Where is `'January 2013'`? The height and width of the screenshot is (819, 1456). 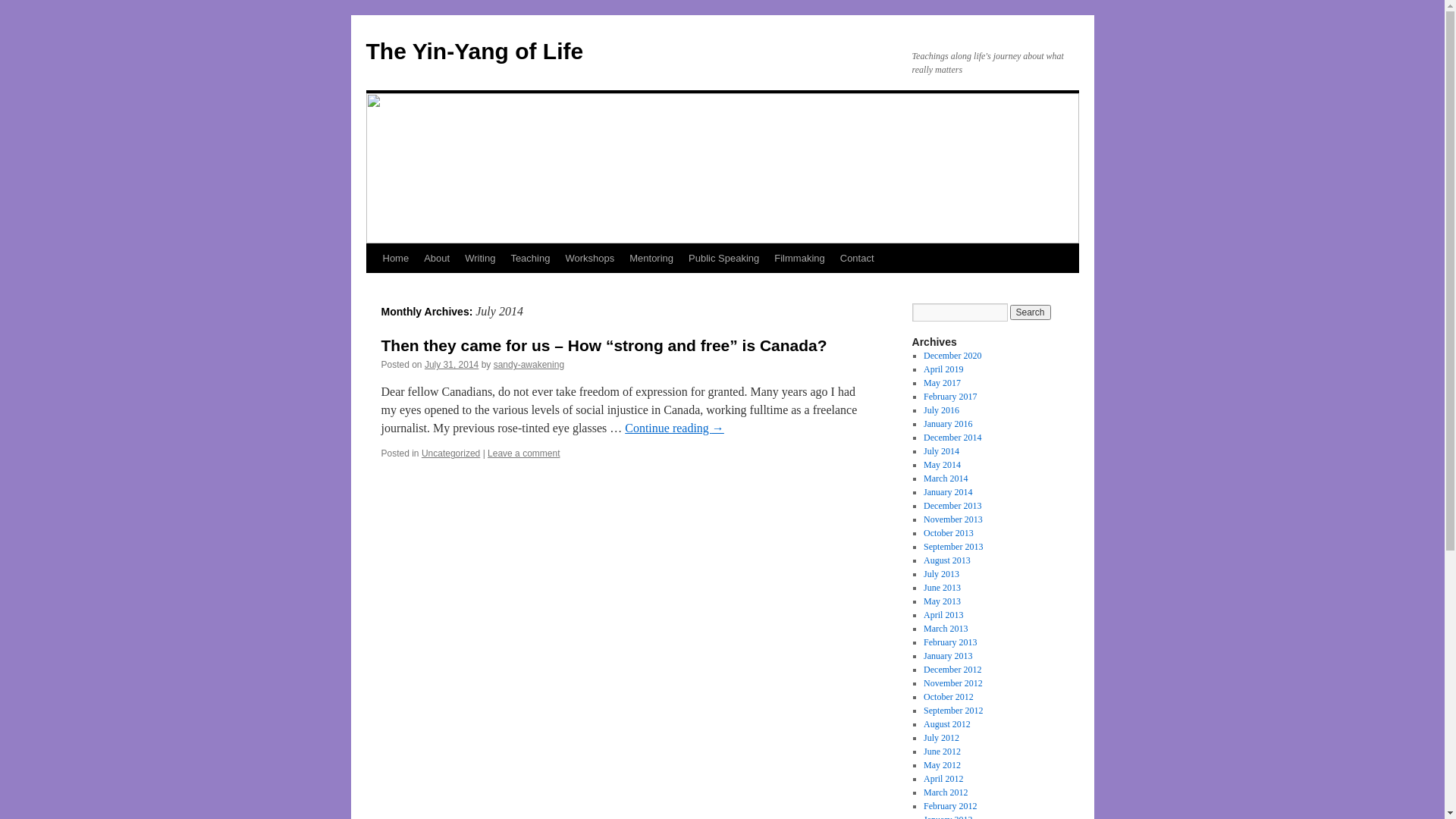
'January 2013' is located at coordinates (923, 654).